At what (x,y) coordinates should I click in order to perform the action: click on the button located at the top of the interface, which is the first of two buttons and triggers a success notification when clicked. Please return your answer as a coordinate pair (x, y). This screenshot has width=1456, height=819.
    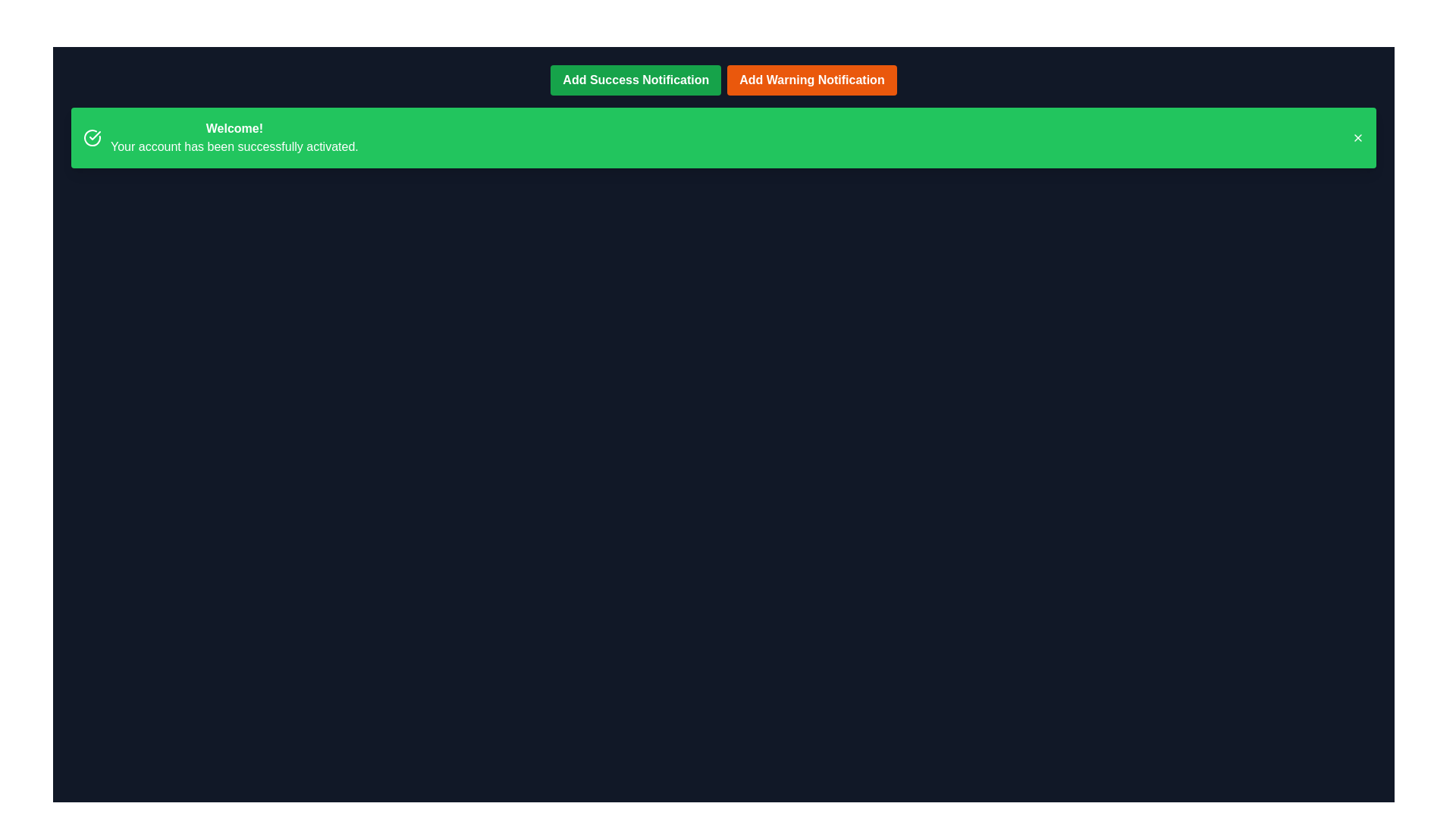
    Looking at the image, I should click on (635, 80).